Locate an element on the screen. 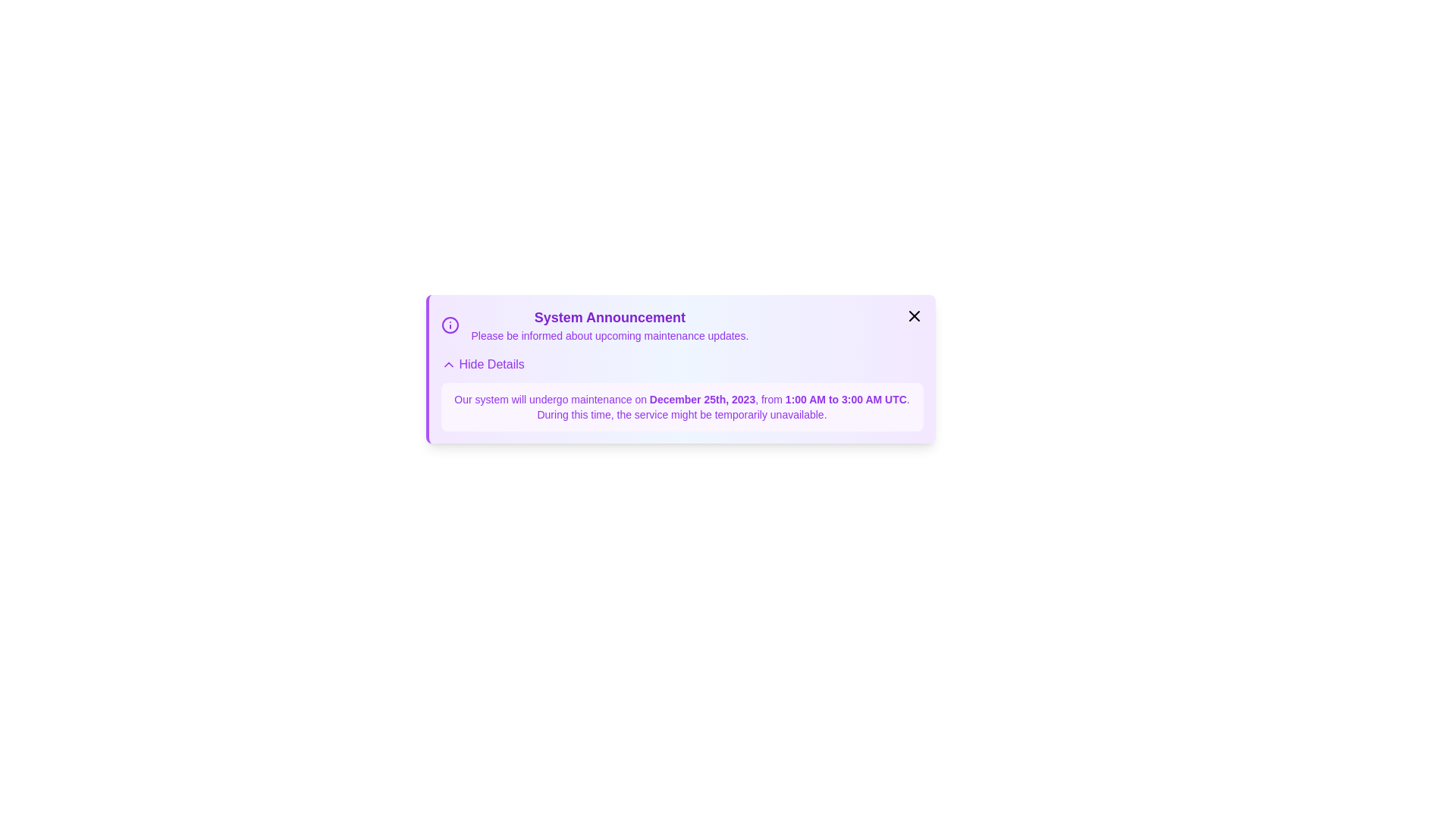  maintenance message displayed in the light purple text block located centrally at the bottom of the notification popup is located at coordinates (681, 406).